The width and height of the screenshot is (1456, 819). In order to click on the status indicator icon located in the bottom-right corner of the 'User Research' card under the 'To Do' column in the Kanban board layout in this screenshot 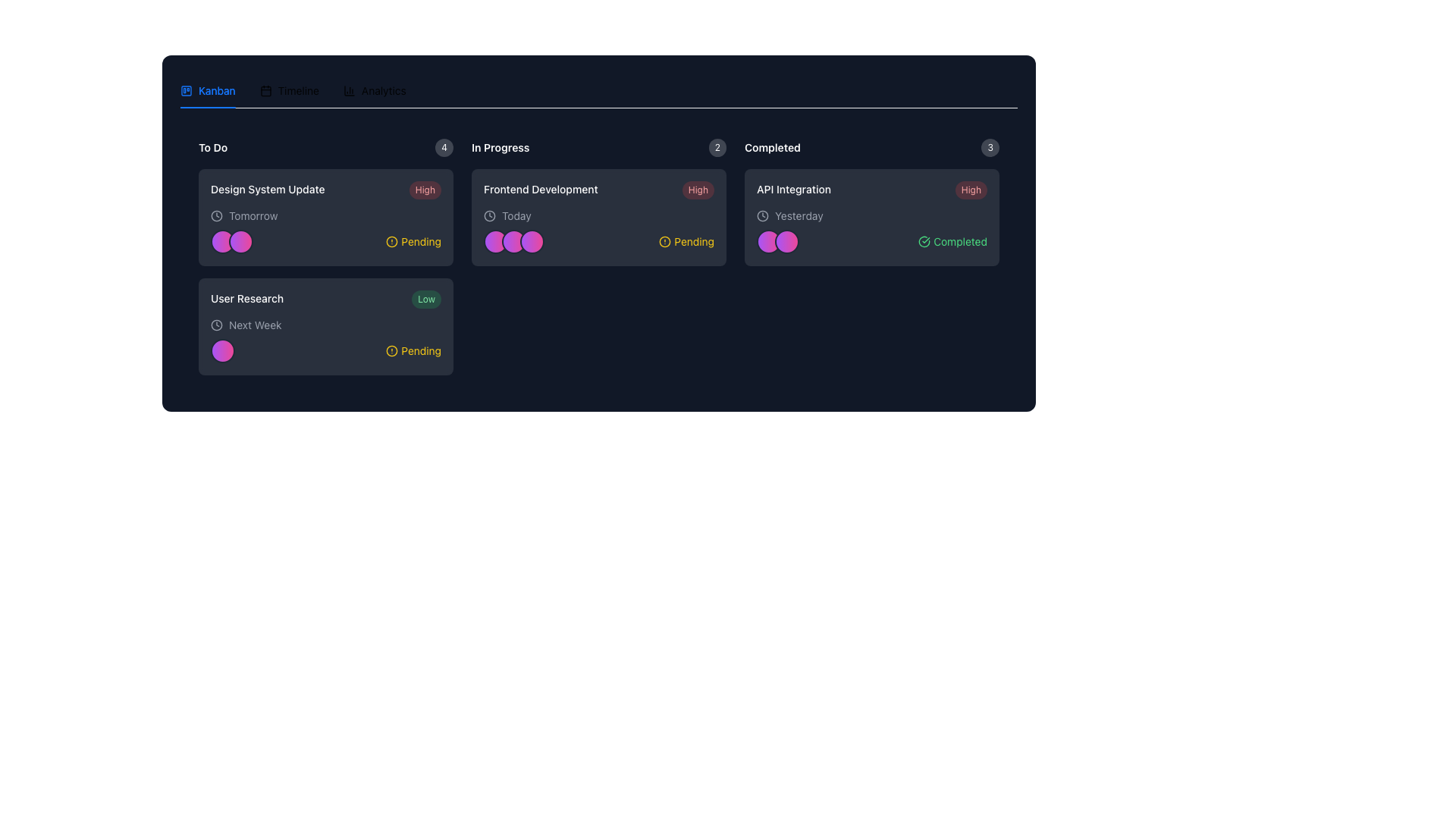, I will do `click(392, 350)`.